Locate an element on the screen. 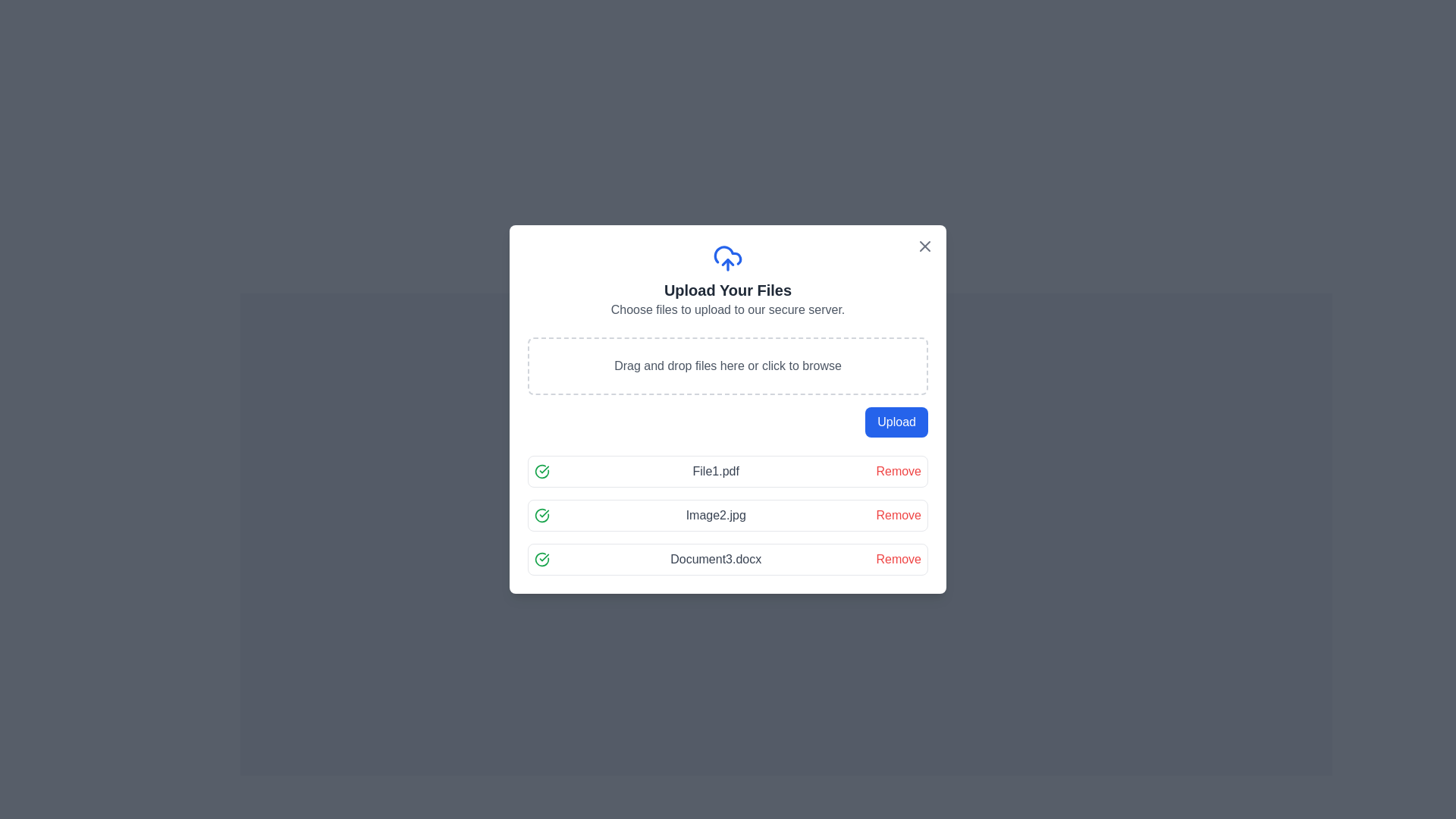 The image size is (1456, 819). the 'Upload' button using Tab navigation is located at coordinates (896, 422).